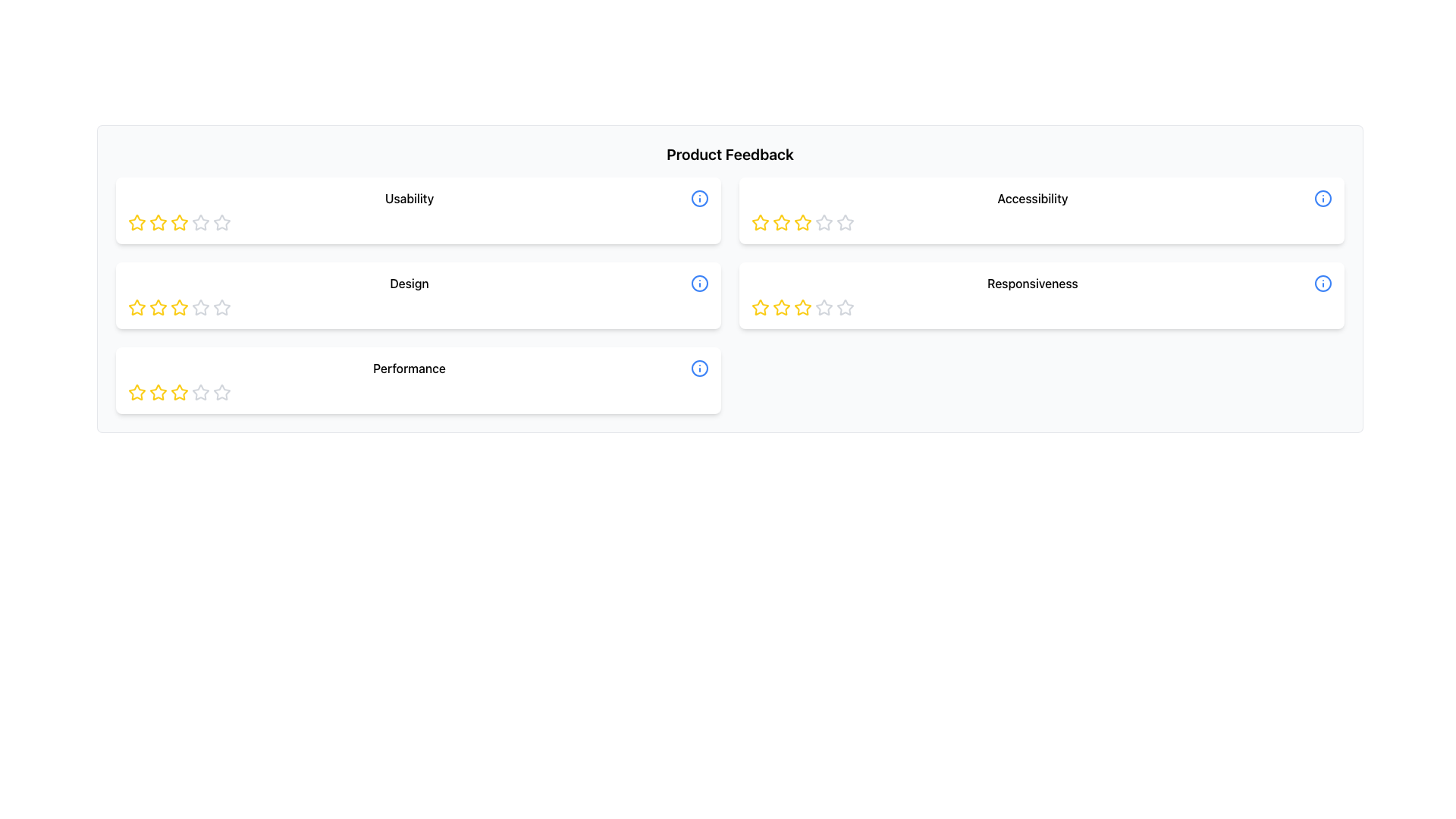 The width and height of the screenshot is (1456, 819). Describe the element at coordinates (137, 307) in the screenshot. I see `the leftmost yellow star icon in the 'Design' rating section` at that location.